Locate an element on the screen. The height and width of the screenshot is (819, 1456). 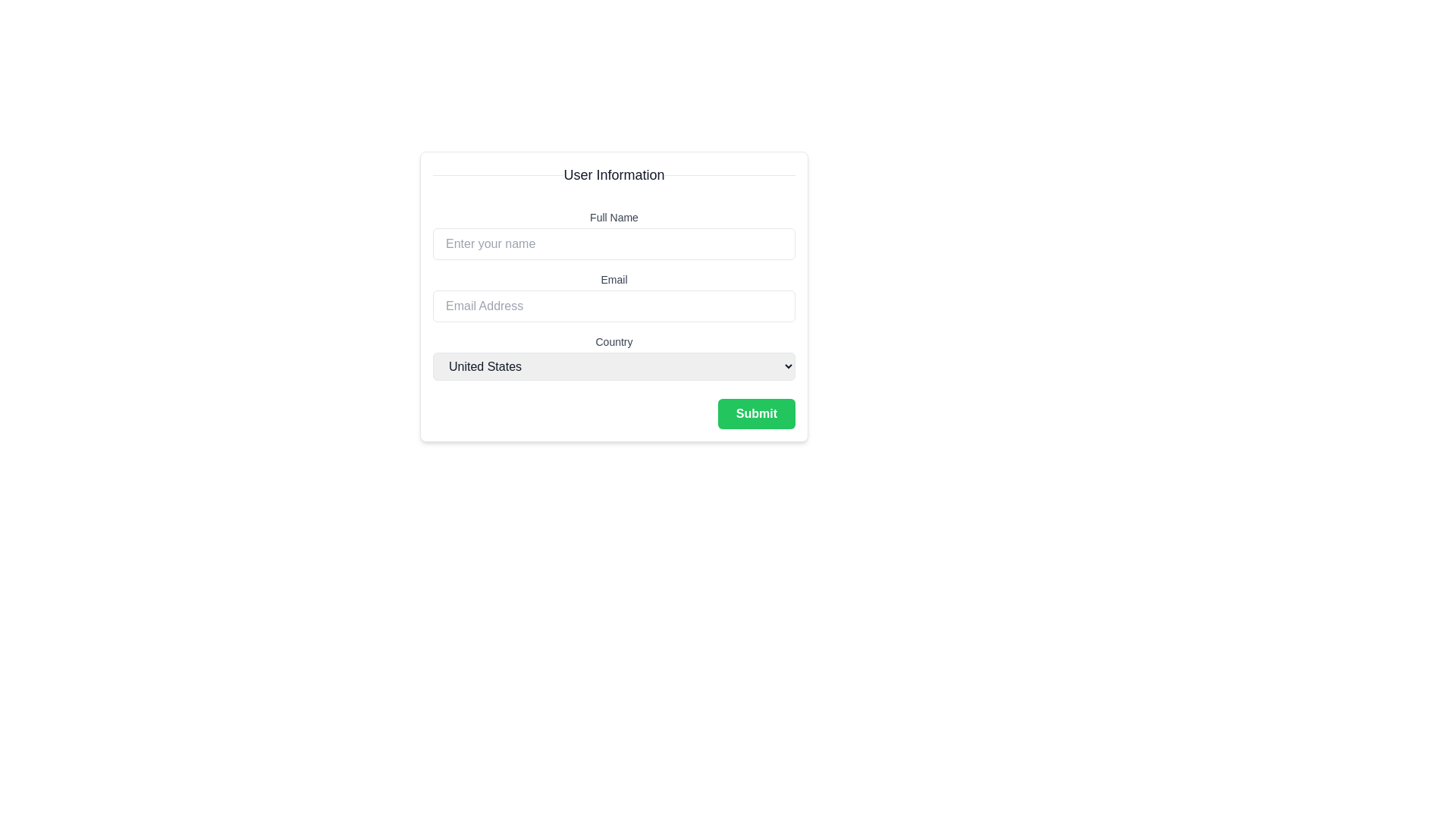
text into the rectangular text input field labeled 'Enter your name', which is located below the 'Full Name' label in the 'User Information' section is located at coordinates (614, 243).